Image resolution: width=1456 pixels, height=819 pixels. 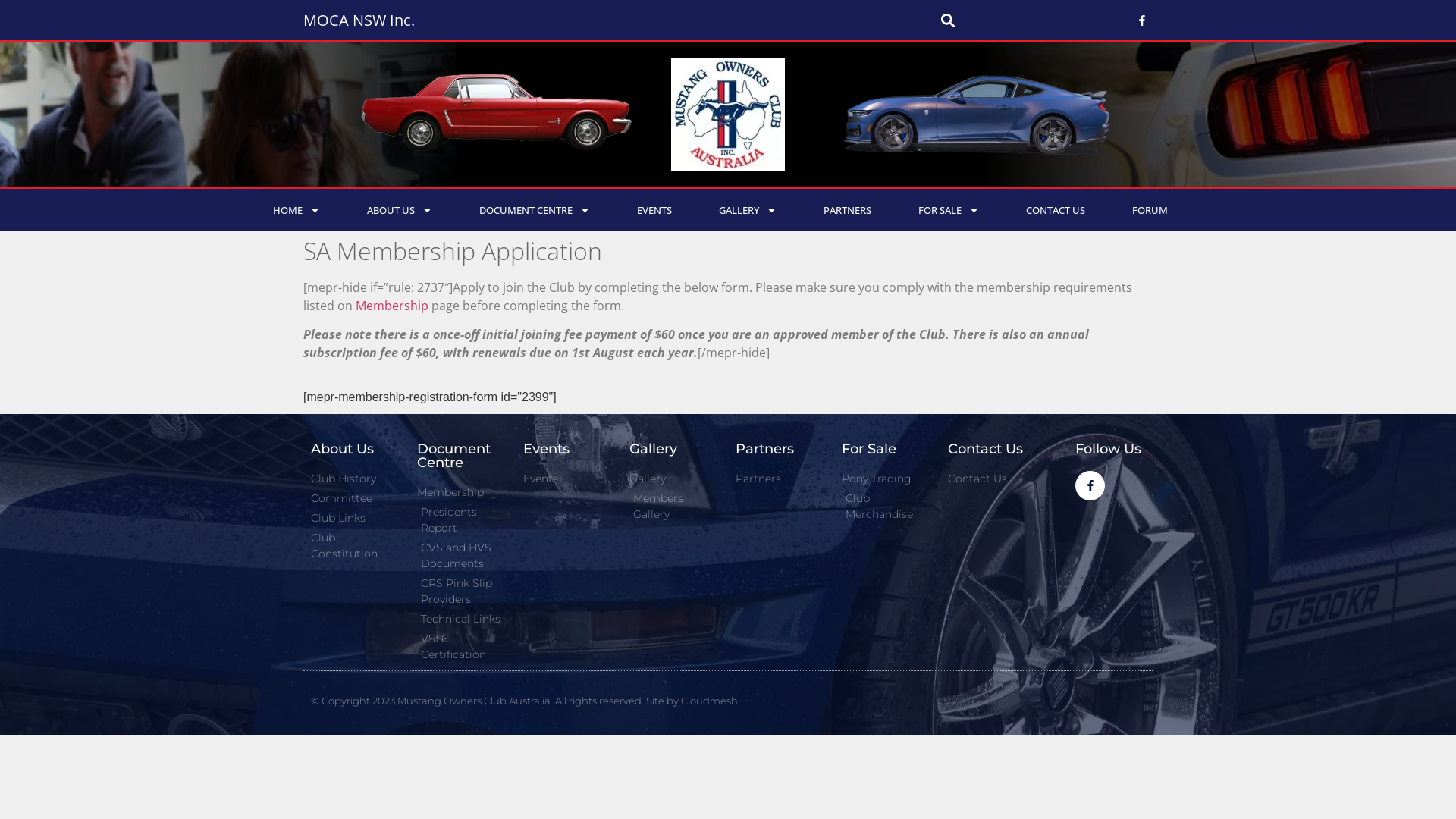 What do you see at coordinates (895, 210) in the screenshot?
I see `'FOR SALE'` at bounding box center [895, 210].